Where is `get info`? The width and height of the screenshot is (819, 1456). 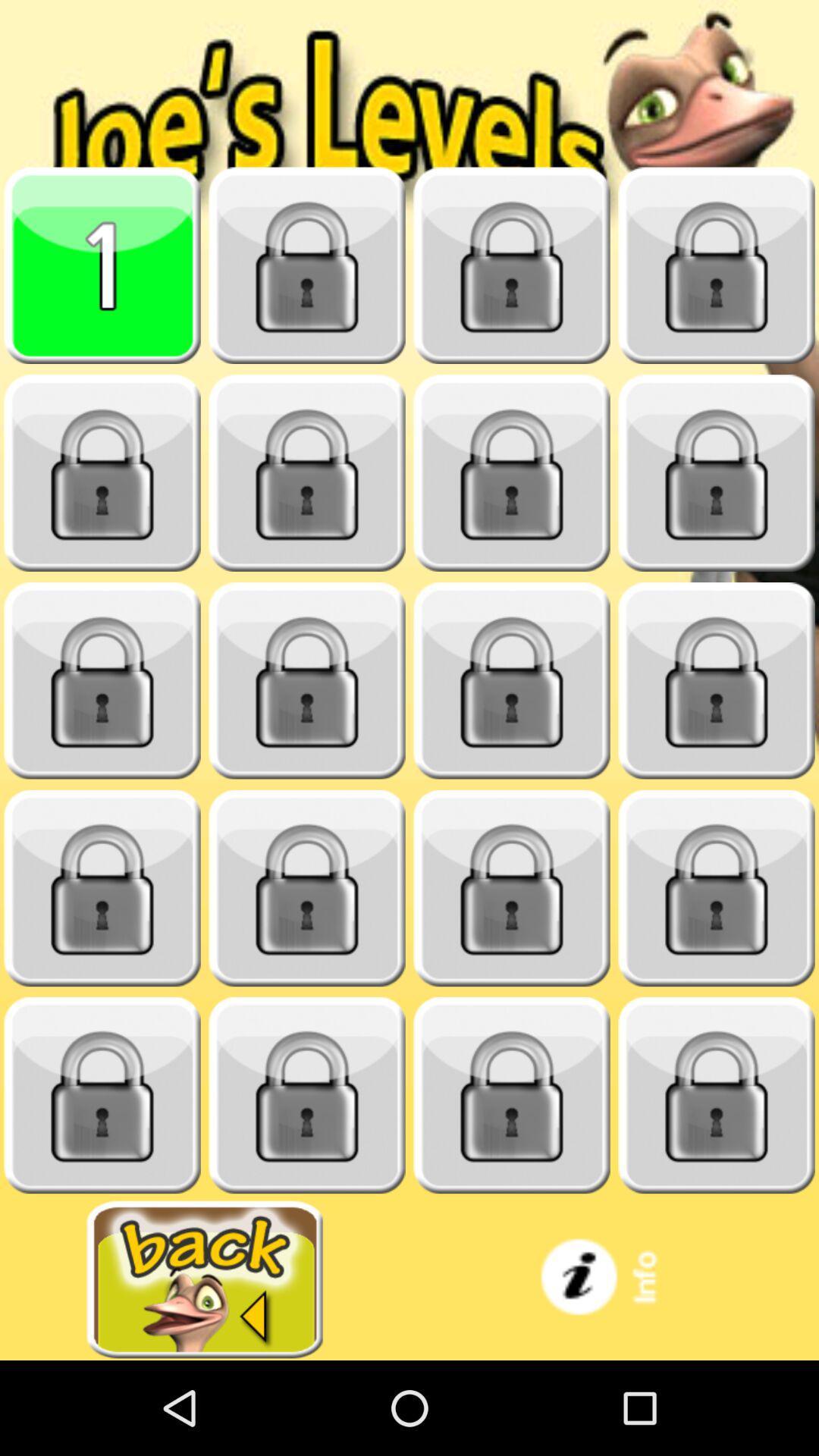 get info is located at coordinates (614, 1279).